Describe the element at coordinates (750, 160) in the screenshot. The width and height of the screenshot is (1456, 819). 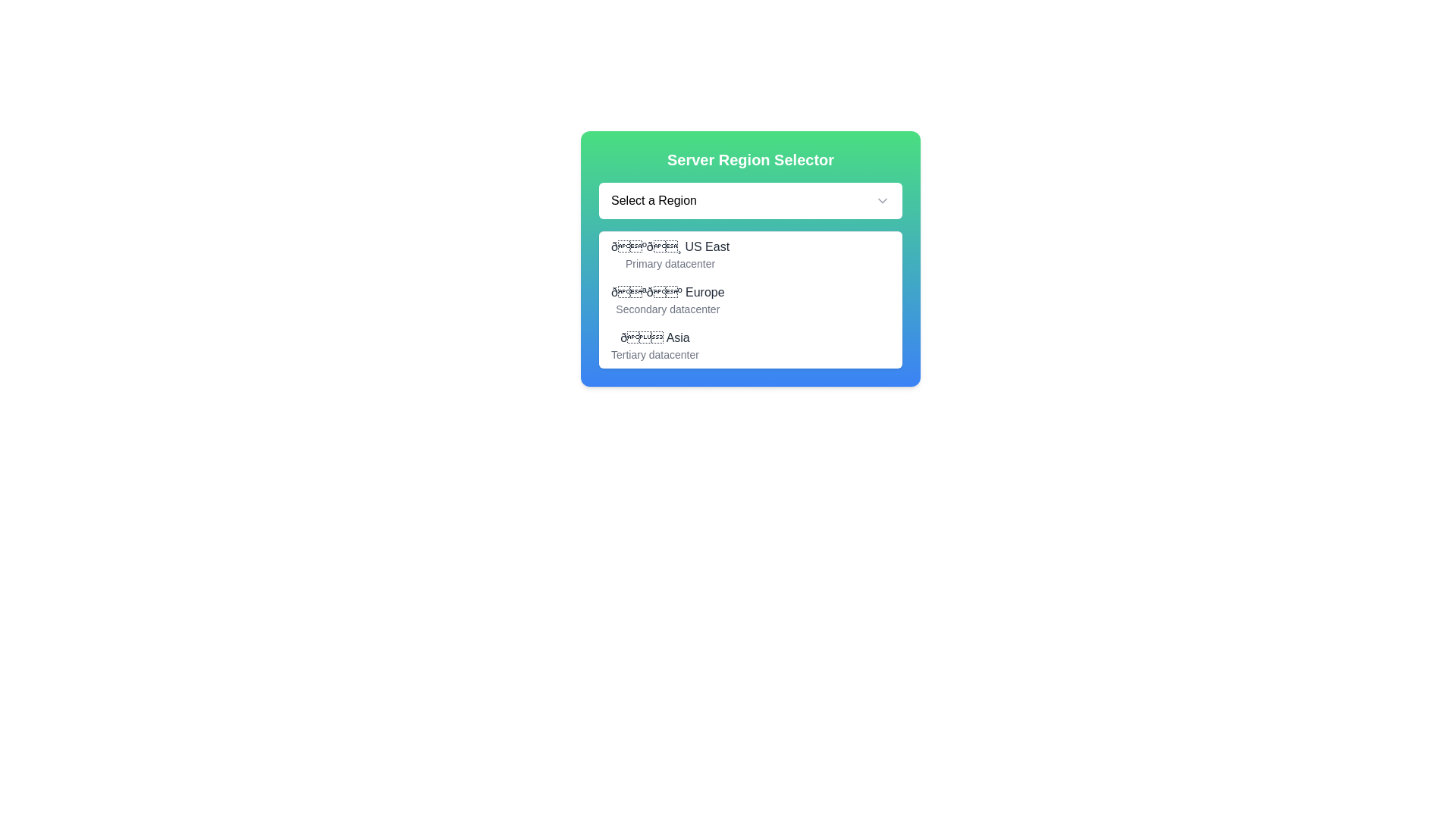
I see `the Text header that serves as a title for the interface, indicating the purpose of the content below it, which is a selector for server regions` at that location.